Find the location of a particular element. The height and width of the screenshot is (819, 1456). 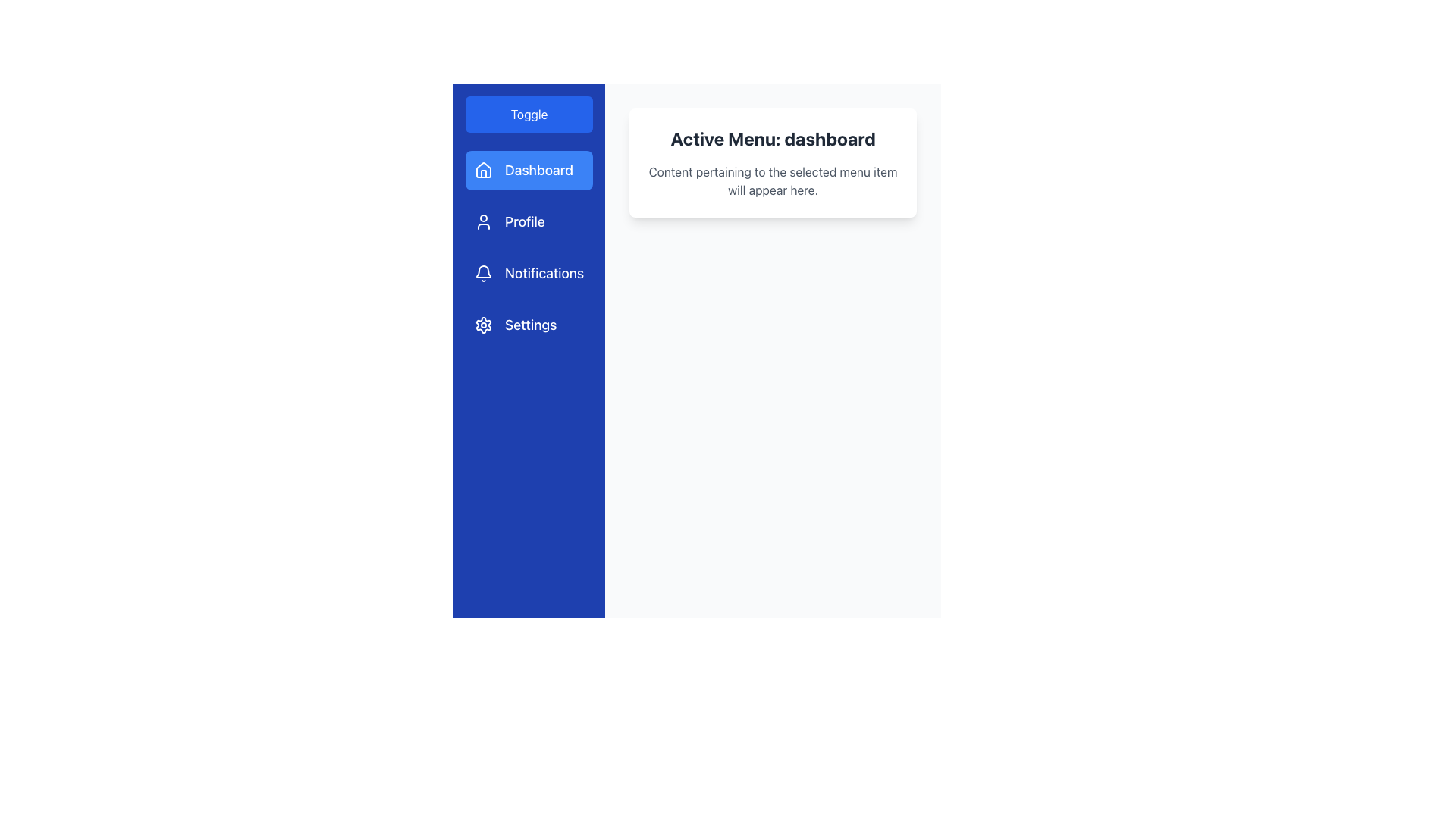

displayed text from the Informational panel located in the right-side panel, horizontally centered within the white content area is located at coordinates (773, 163).